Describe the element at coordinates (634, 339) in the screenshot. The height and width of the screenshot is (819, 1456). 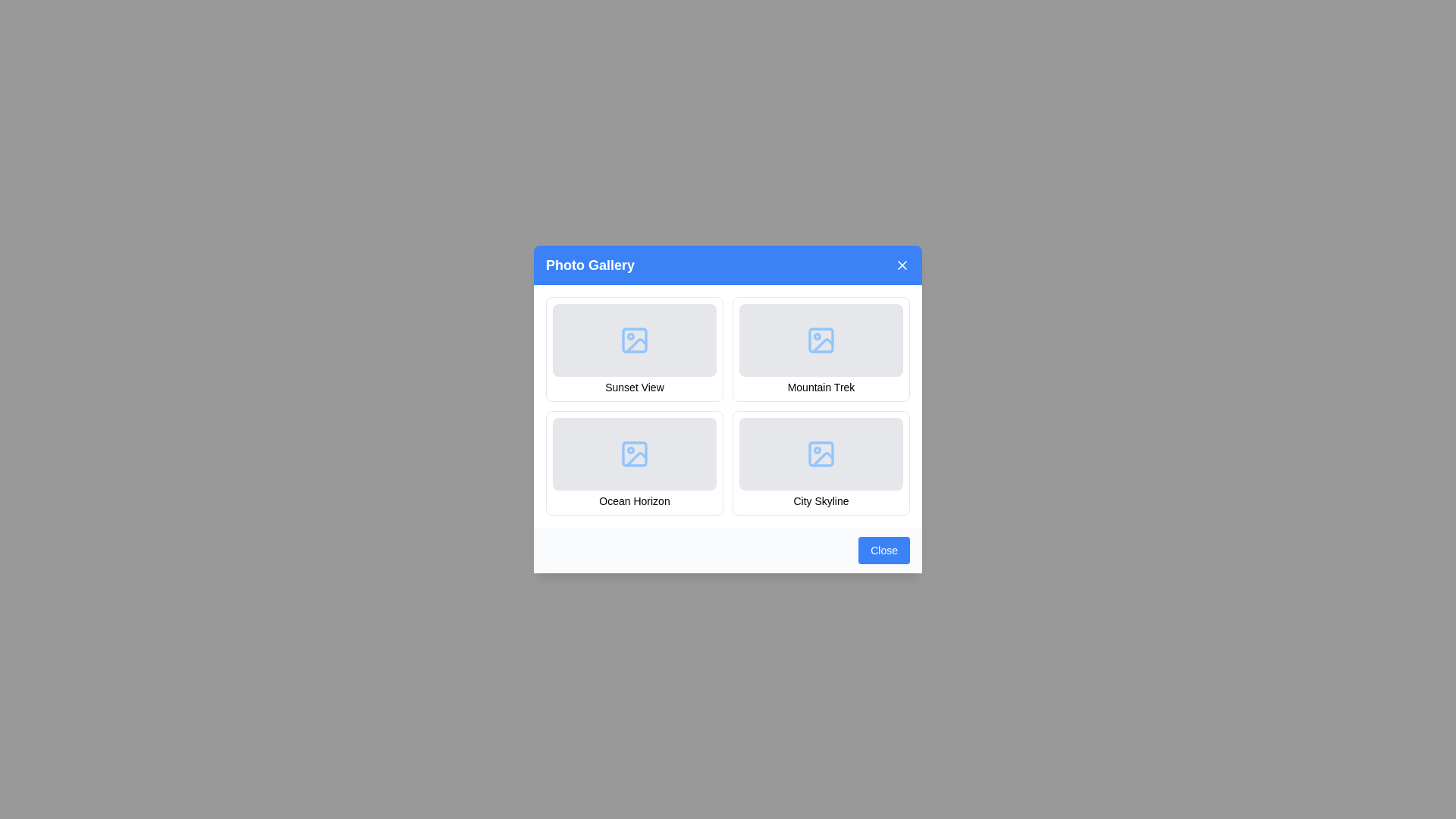
I see `the decorative border of the 'Sunset View' icon, which is centrally located within the photo icon in the top-left corner of the grid` at that location.